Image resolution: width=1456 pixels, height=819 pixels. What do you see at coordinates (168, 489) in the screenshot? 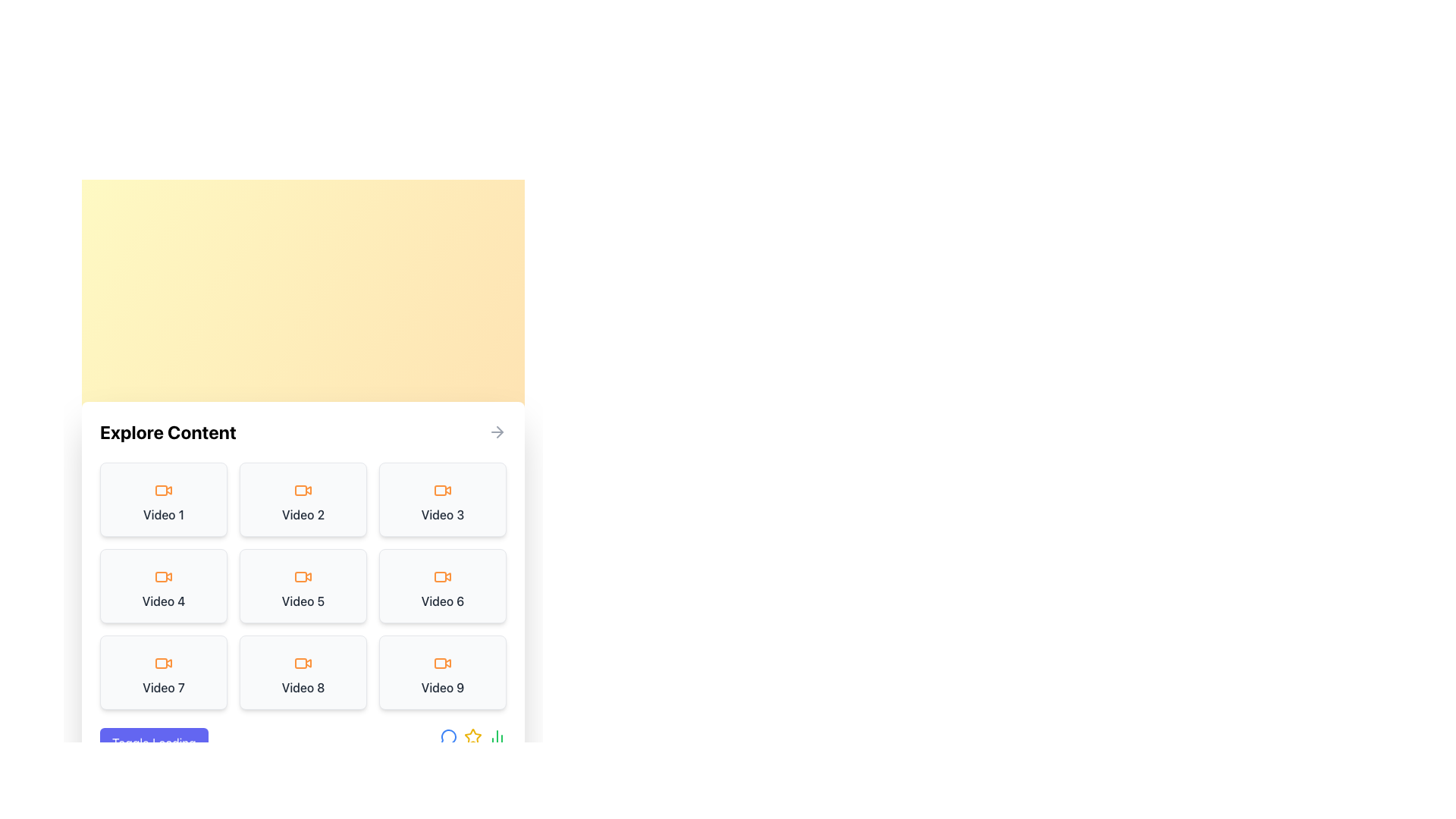
I see `the graphical icon segment of the video icon indicating the option to play the video in the first tile labeled 'Video 1'` at bounding box center [168, 489].